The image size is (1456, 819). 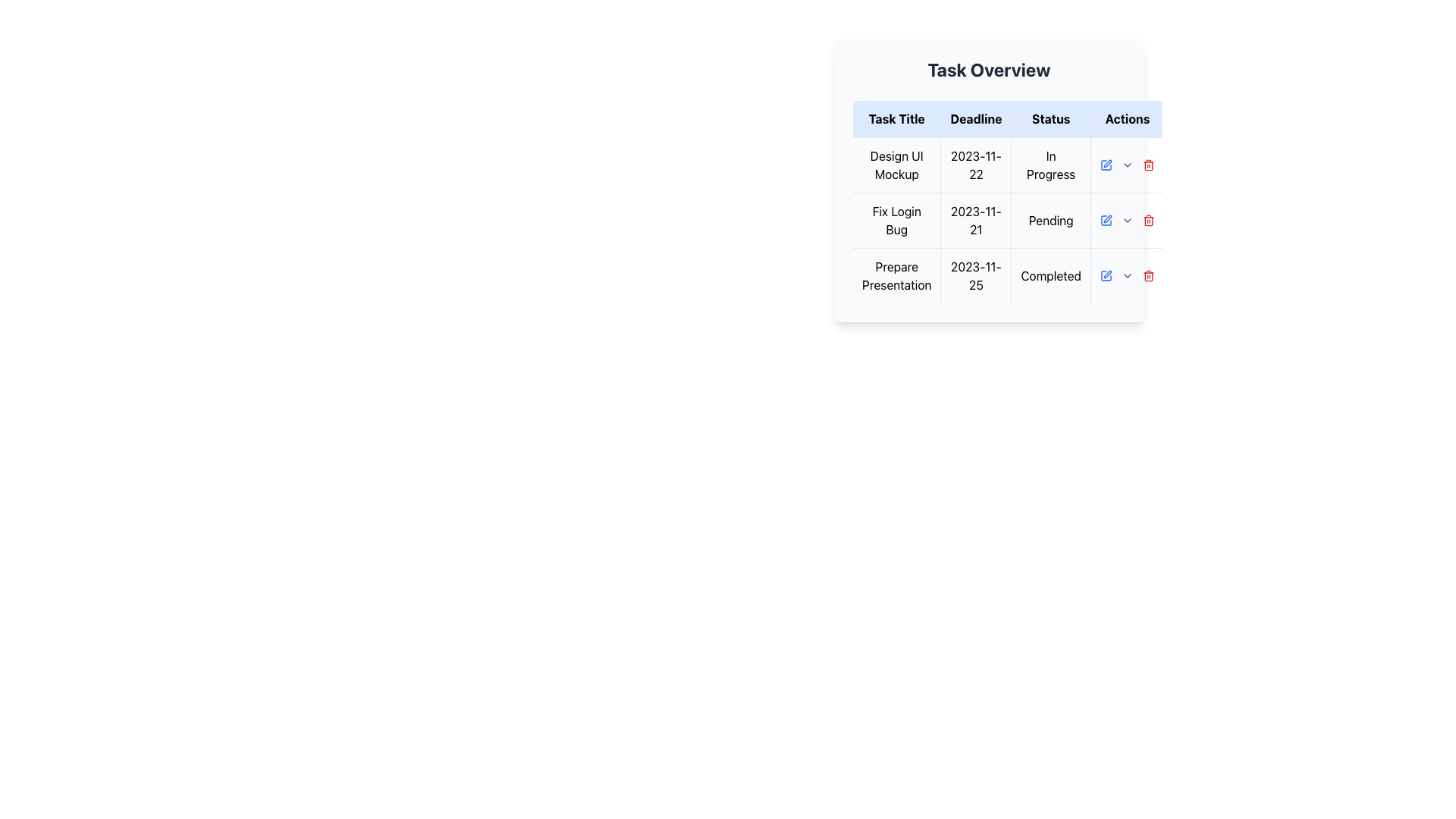 What do you see at coordinates (976, 275) in the screenshot?
I see `the Text Label displaying the deadline date for the task 'Prepare Presentation', located beneath the 'Deadline' column in the table` at bounding box center [976, 275].